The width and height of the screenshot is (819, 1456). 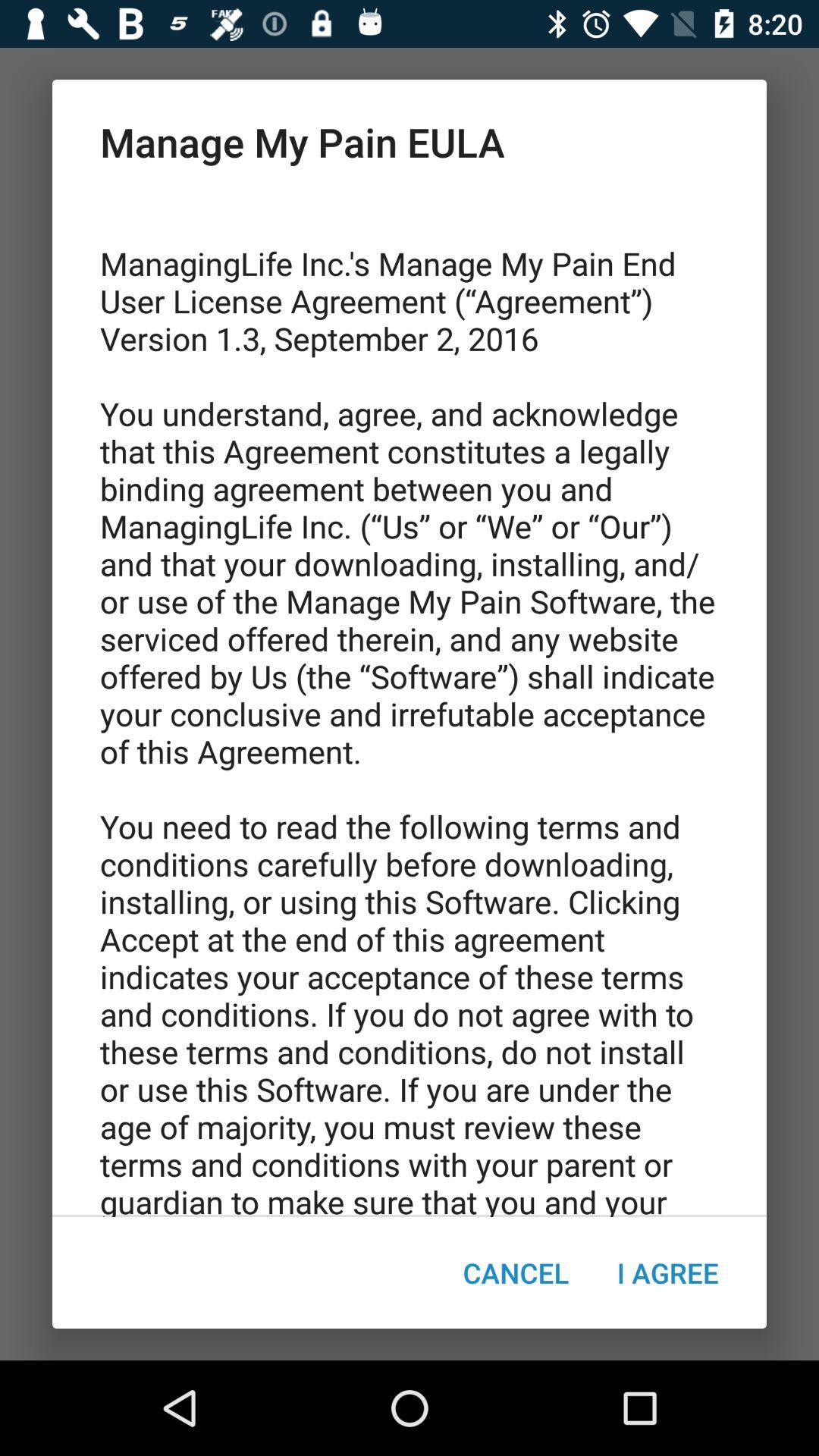 I want to click on the icon at the bottom right corner, so click(x=667, y=1272).